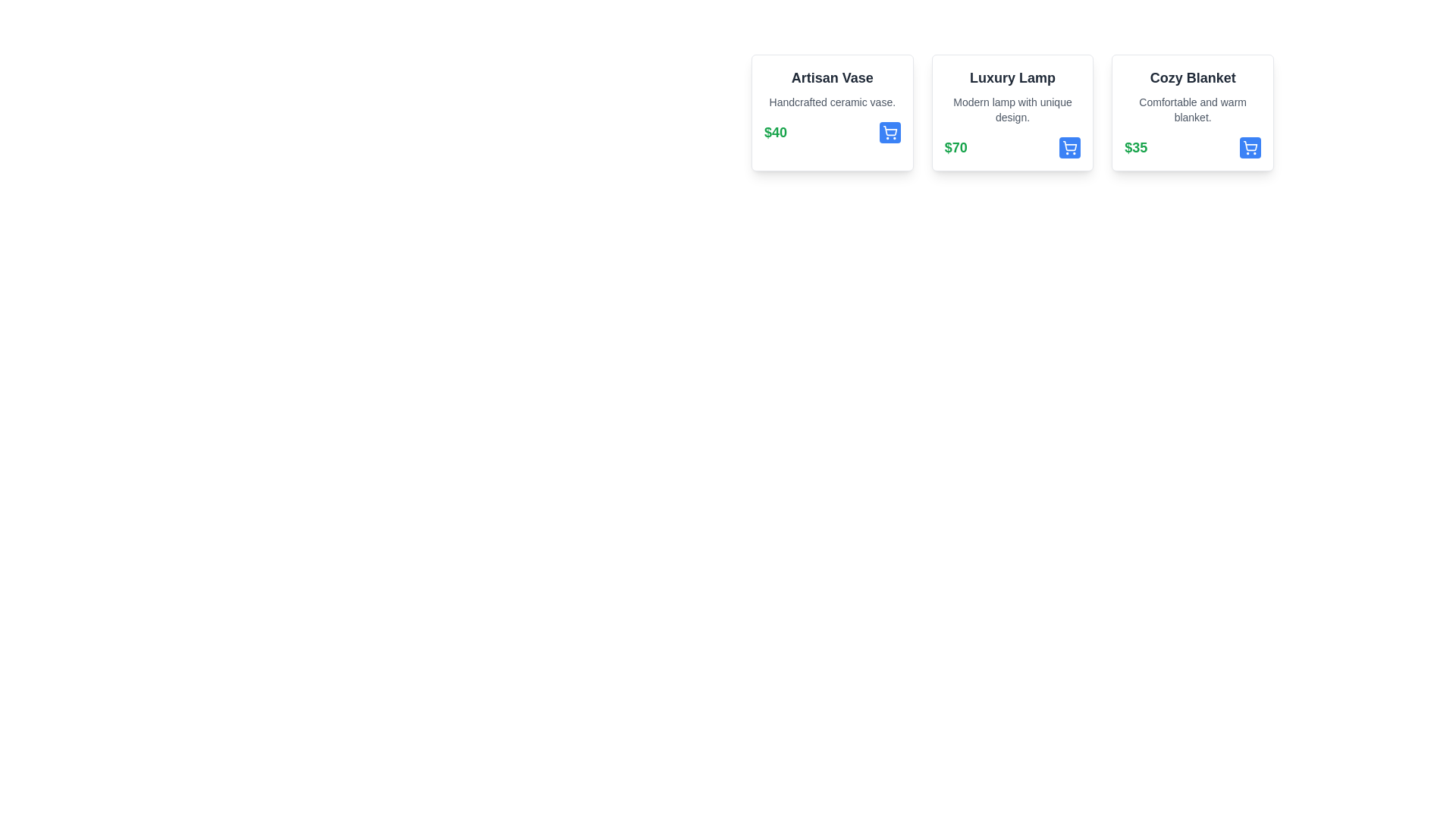  Describe the element at coordinates (1250, 146) in the screenshot. I see `the central portion of the shopping cart icon in the 'Cozy Blanket' product card` at that location.